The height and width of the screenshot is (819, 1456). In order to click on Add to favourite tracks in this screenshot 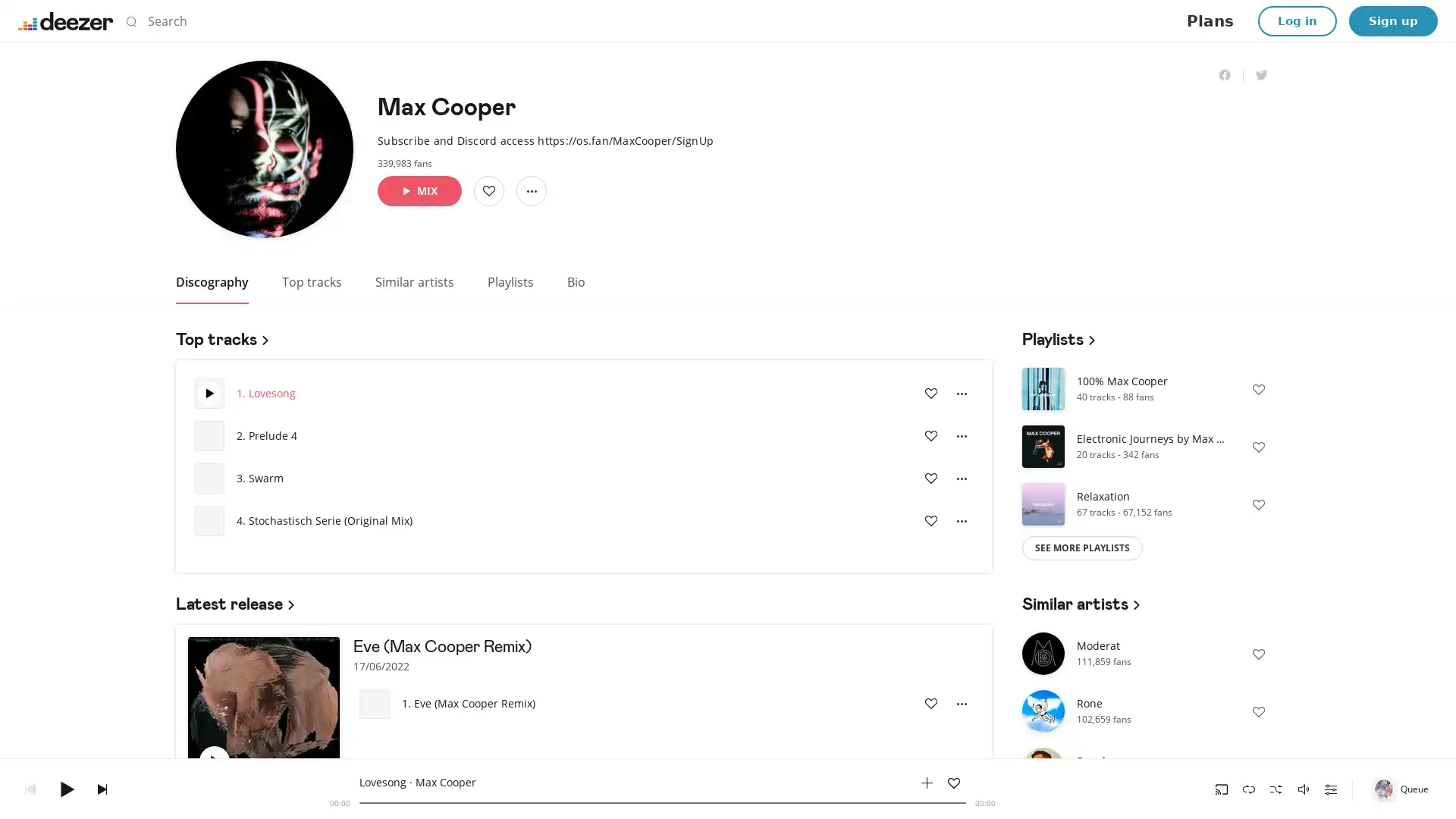, I will do `click(930, 479)`.